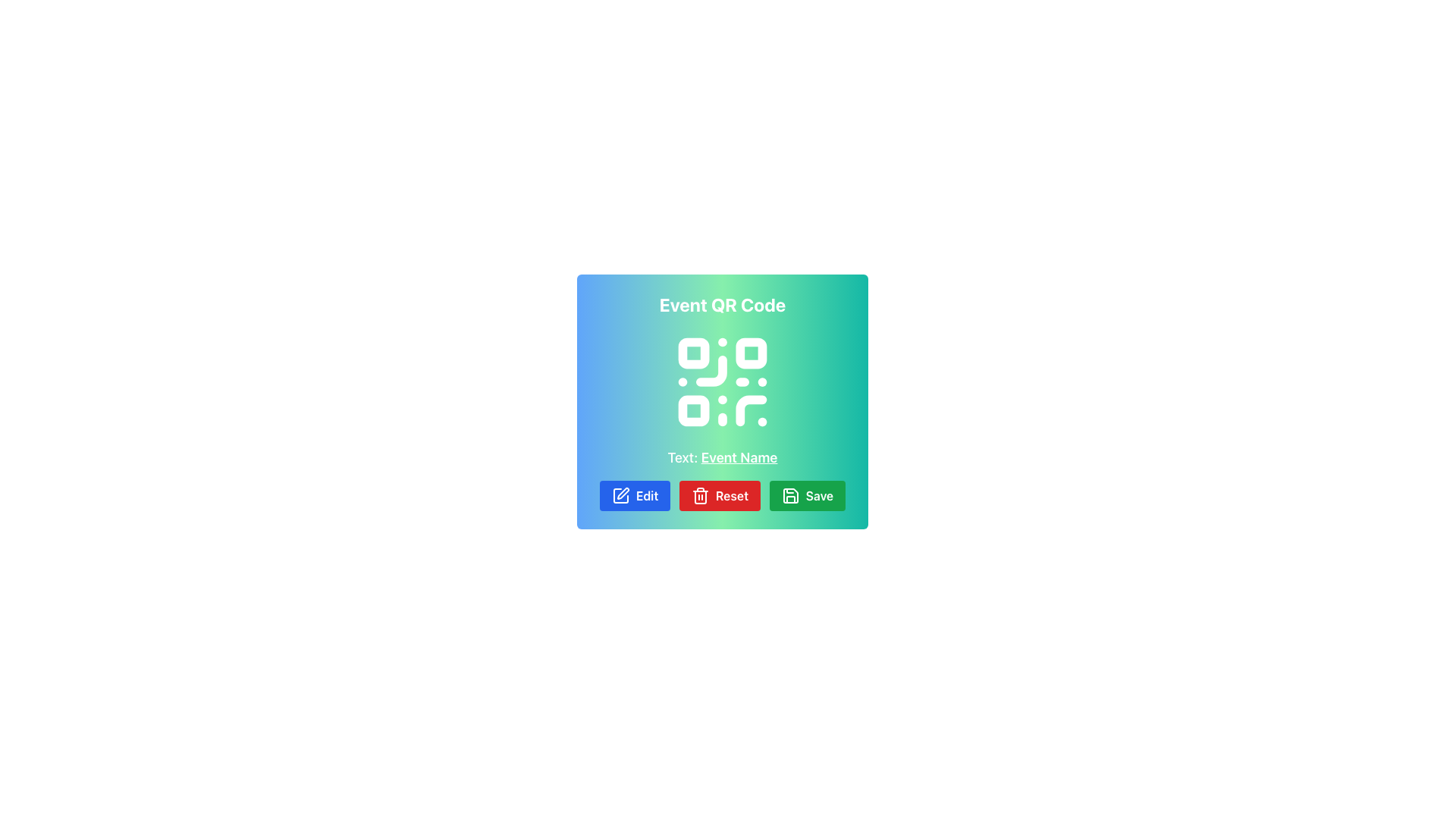 Image resolution: width=1456 pixels, height=819 pixels. Describe the element at coordinates (789, 496) in the screenshot. I see `the small green icon resembling a disk or save symbol inside the green 'Save' button located at the bottom-right corner of the interface` at that location.